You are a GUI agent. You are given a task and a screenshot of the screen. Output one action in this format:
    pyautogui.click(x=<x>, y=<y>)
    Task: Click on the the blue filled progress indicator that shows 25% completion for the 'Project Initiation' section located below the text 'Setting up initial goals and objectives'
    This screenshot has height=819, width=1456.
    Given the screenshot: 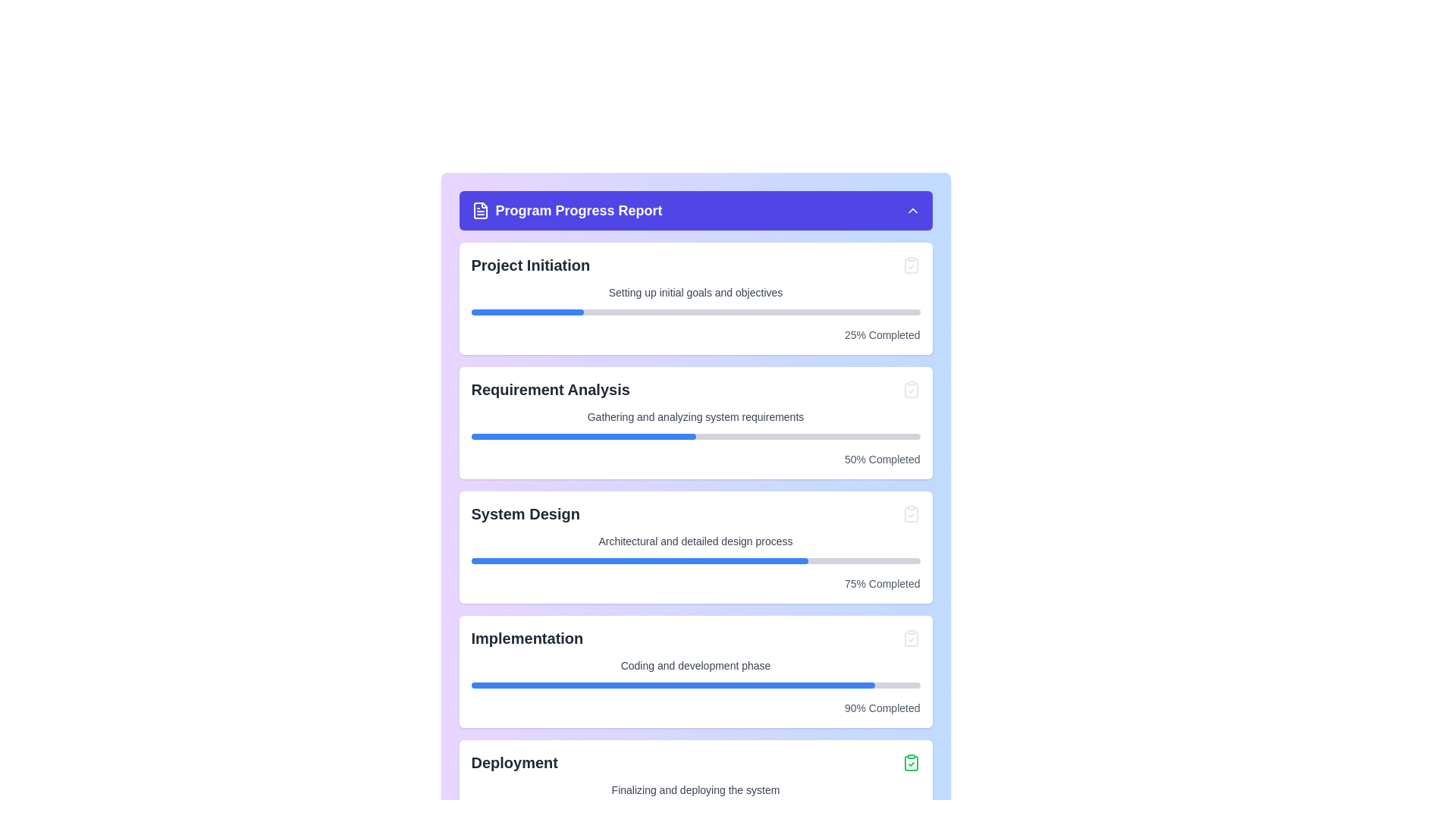 What is the action you would take?
    pyautogui.click(x=527, y=312)
    